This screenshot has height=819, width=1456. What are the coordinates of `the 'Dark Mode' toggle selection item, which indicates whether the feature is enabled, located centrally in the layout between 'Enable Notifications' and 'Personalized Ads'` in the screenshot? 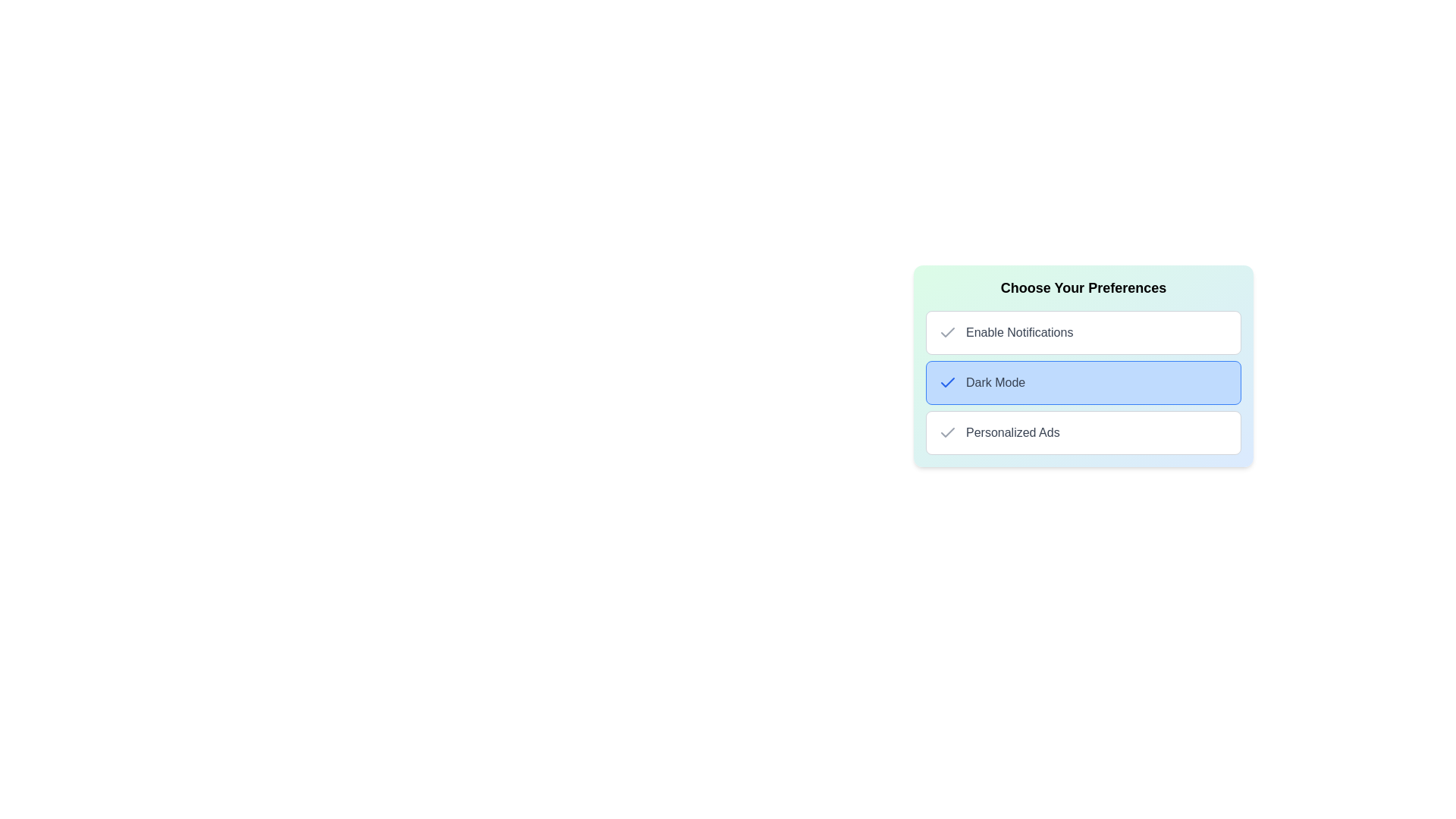 It's located at (1083, 382).